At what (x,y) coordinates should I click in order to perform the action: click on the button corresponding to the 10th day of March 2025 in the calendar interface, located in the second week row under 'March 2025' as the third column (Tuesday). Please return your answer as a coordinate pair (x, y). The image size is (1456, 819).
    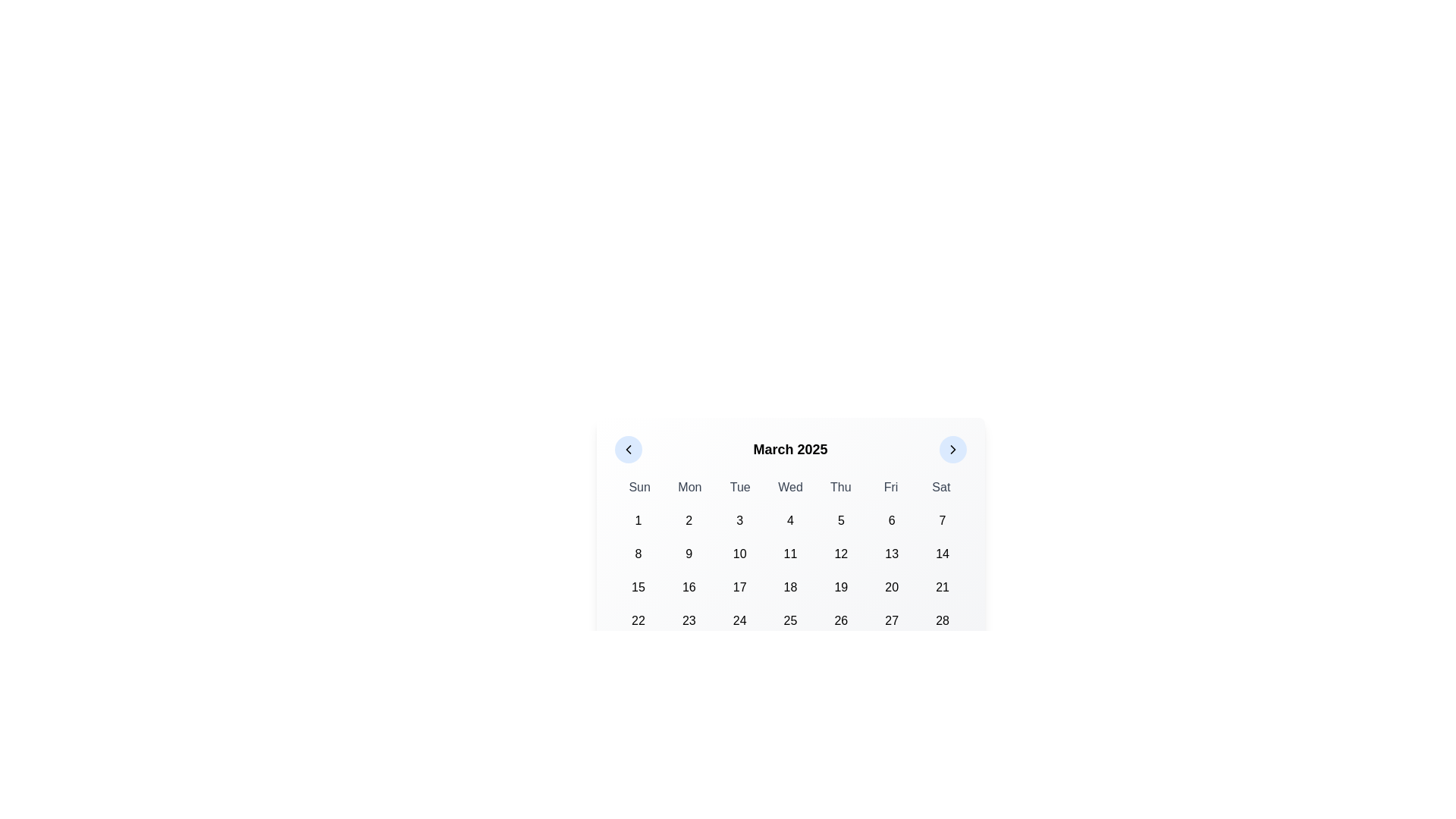
    Looking at the image, I should click on (739, 554).